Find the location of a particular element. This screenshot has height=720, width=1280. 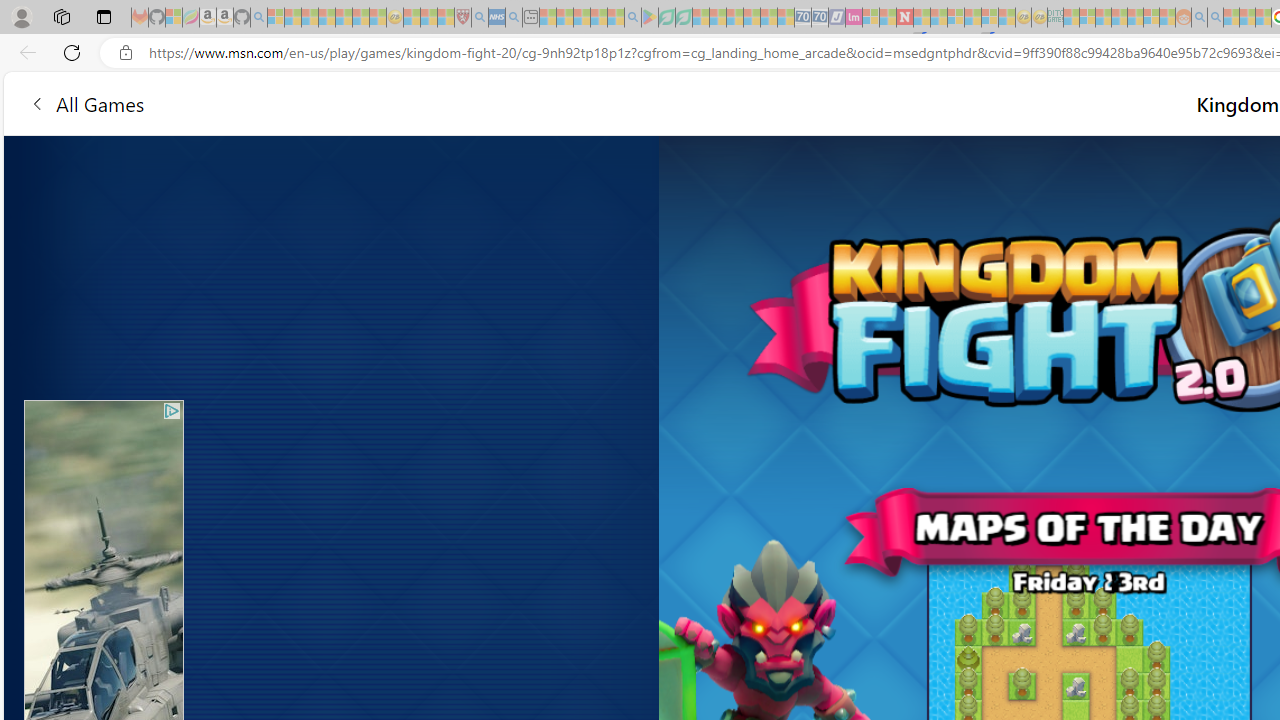

'Terms of Use Agreement - Sleeping' is located at coordinates (666, 17).